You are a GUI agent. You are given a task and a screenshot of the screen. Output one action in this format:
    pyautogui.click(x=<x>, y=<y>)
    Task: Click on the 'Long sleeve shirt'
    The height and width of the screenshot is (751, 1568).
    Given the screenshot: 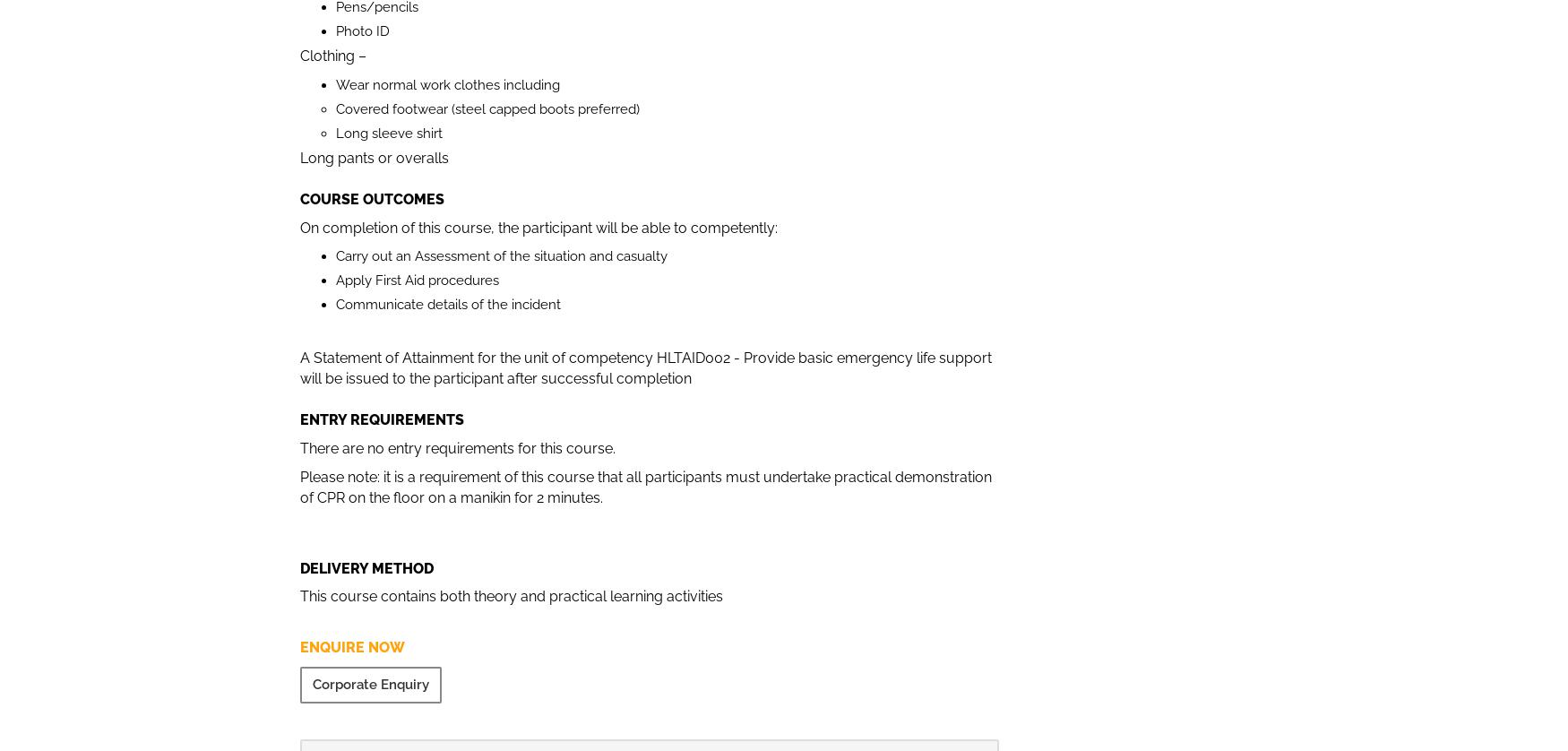 What is the action you would take?
    pyautogui.click(x=388, y=132)
    